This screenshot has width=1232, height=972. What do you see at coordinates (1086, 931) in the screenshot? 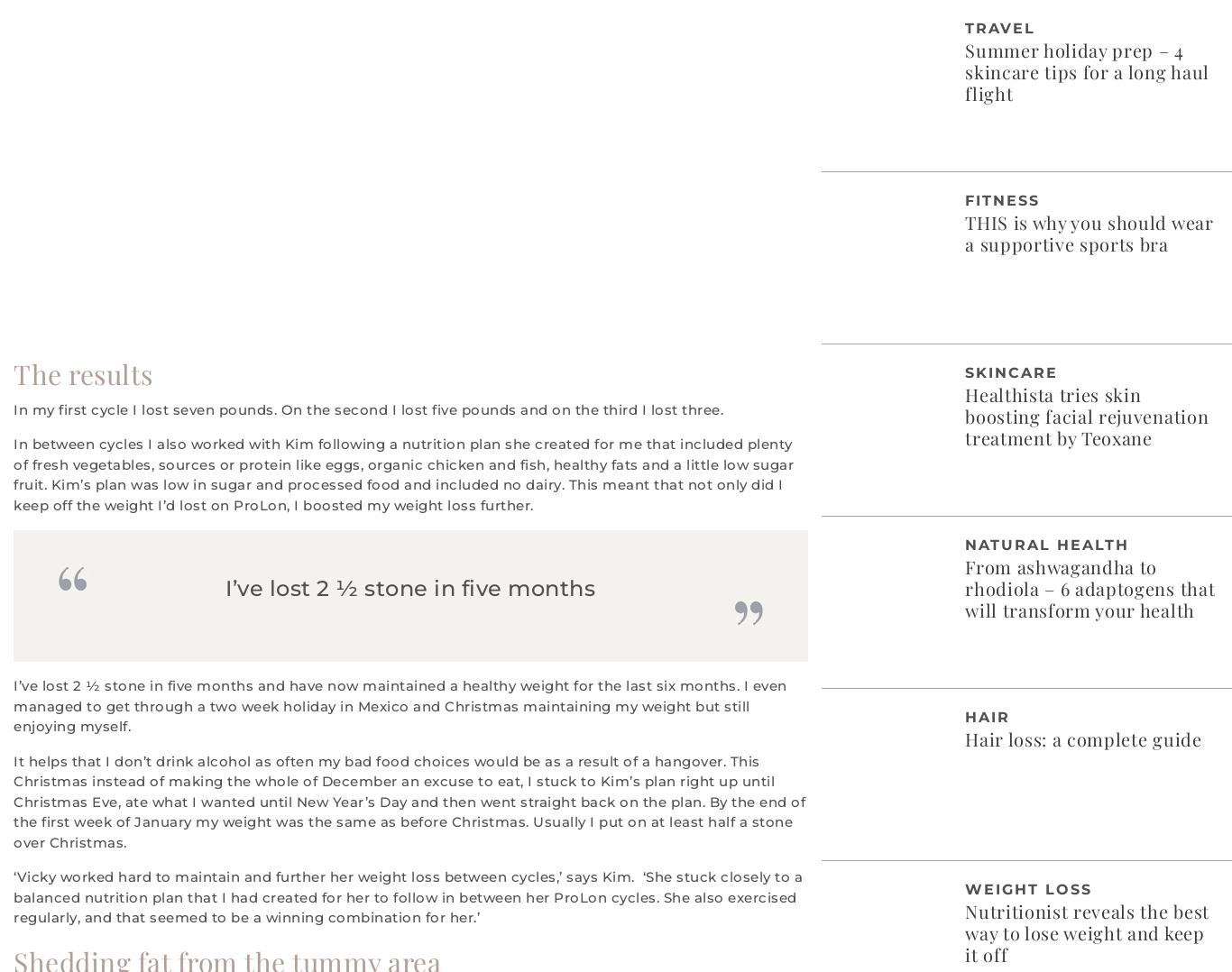
I see `'Nutritionist reveals the best way to lose weight and keep it off'` at bounding box center [1086, 931].